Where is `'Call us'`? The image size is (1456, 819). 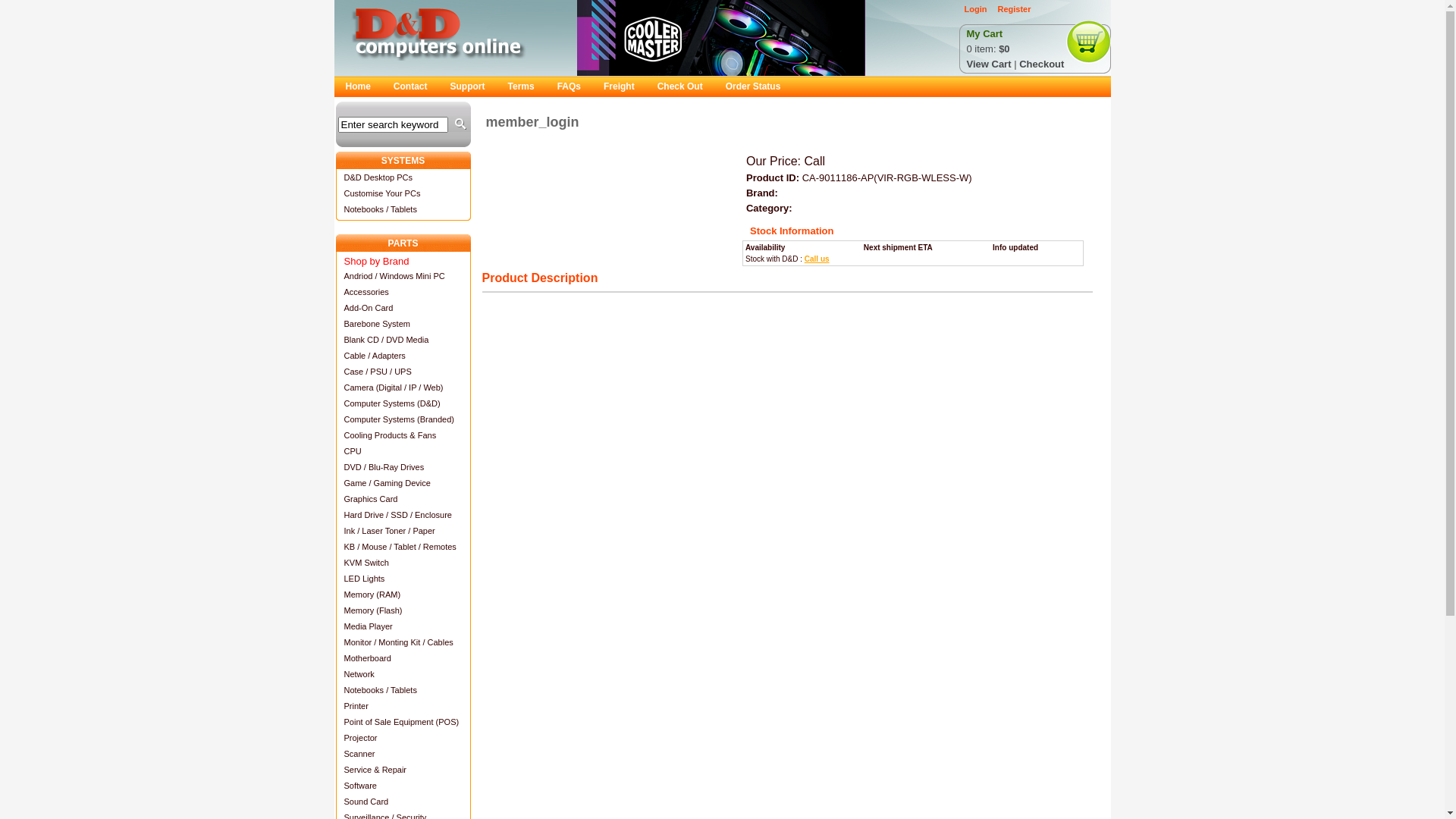
'Call us' is located at coordinates (816, 258).